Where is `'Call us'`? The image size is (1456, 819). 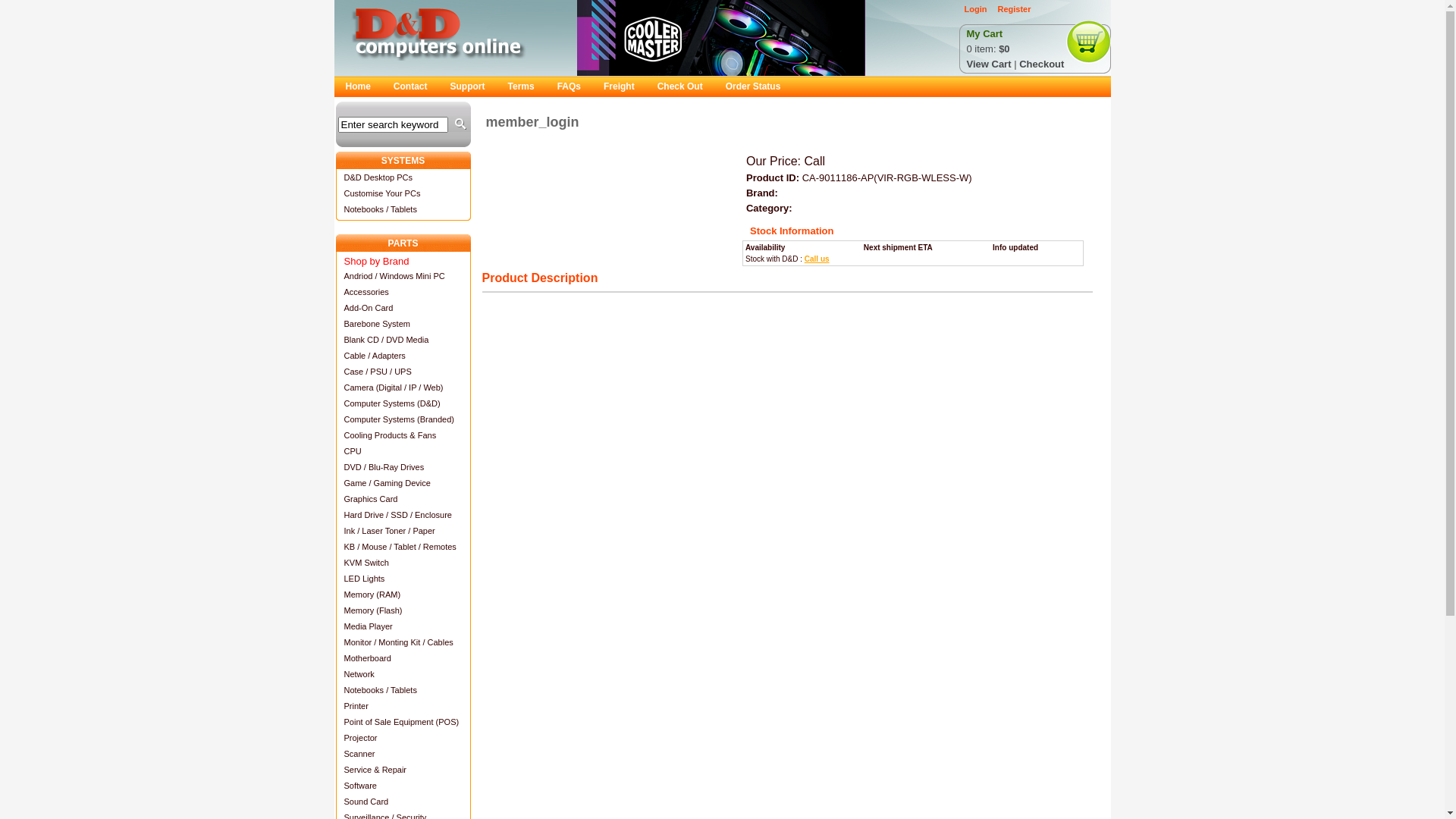
'Call us' is located at coordinates (816, 258).